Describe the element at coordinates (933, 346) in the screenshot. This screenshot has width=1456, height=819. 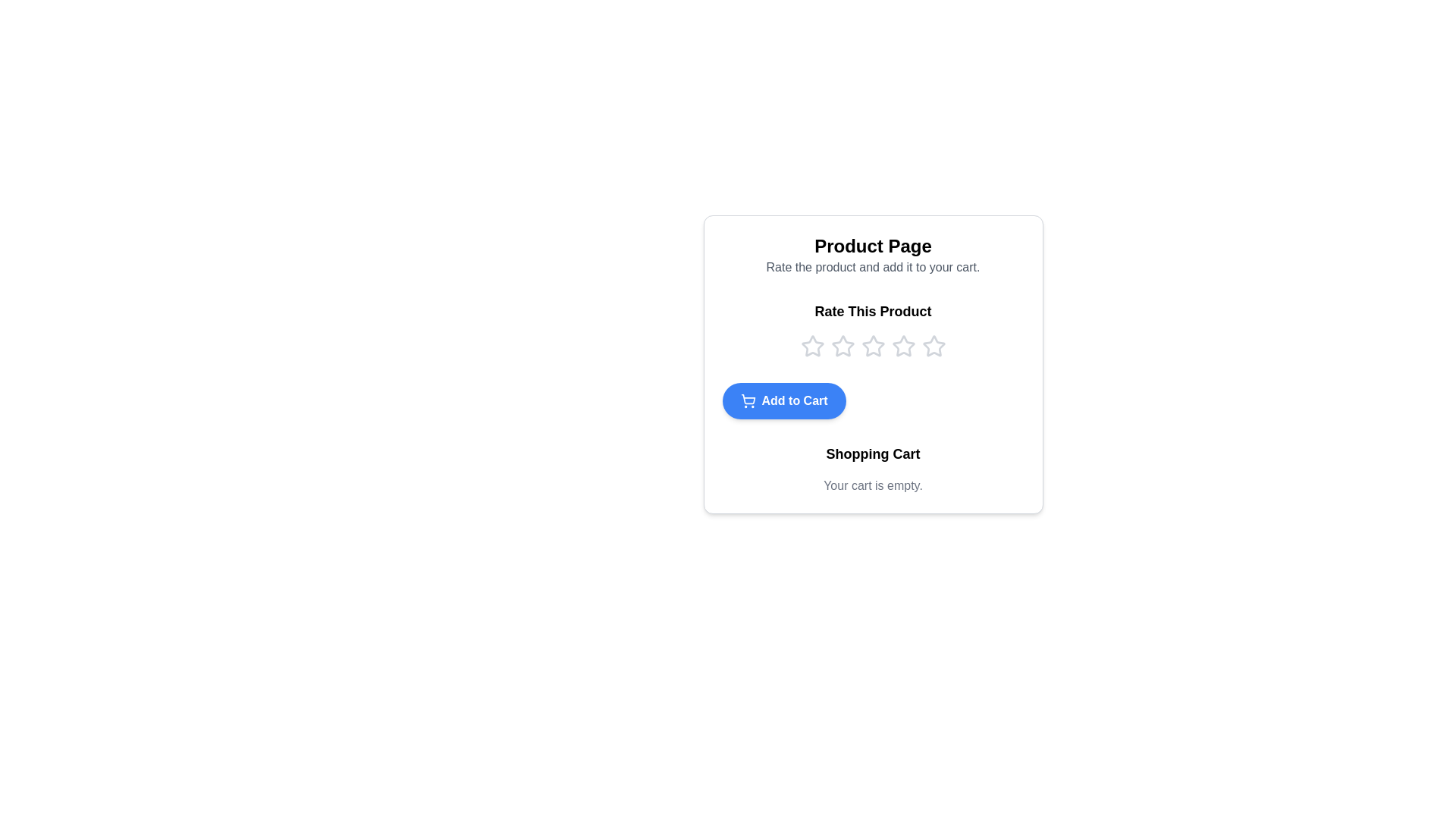
I see `the fifth star icon in the rating component` at that location.